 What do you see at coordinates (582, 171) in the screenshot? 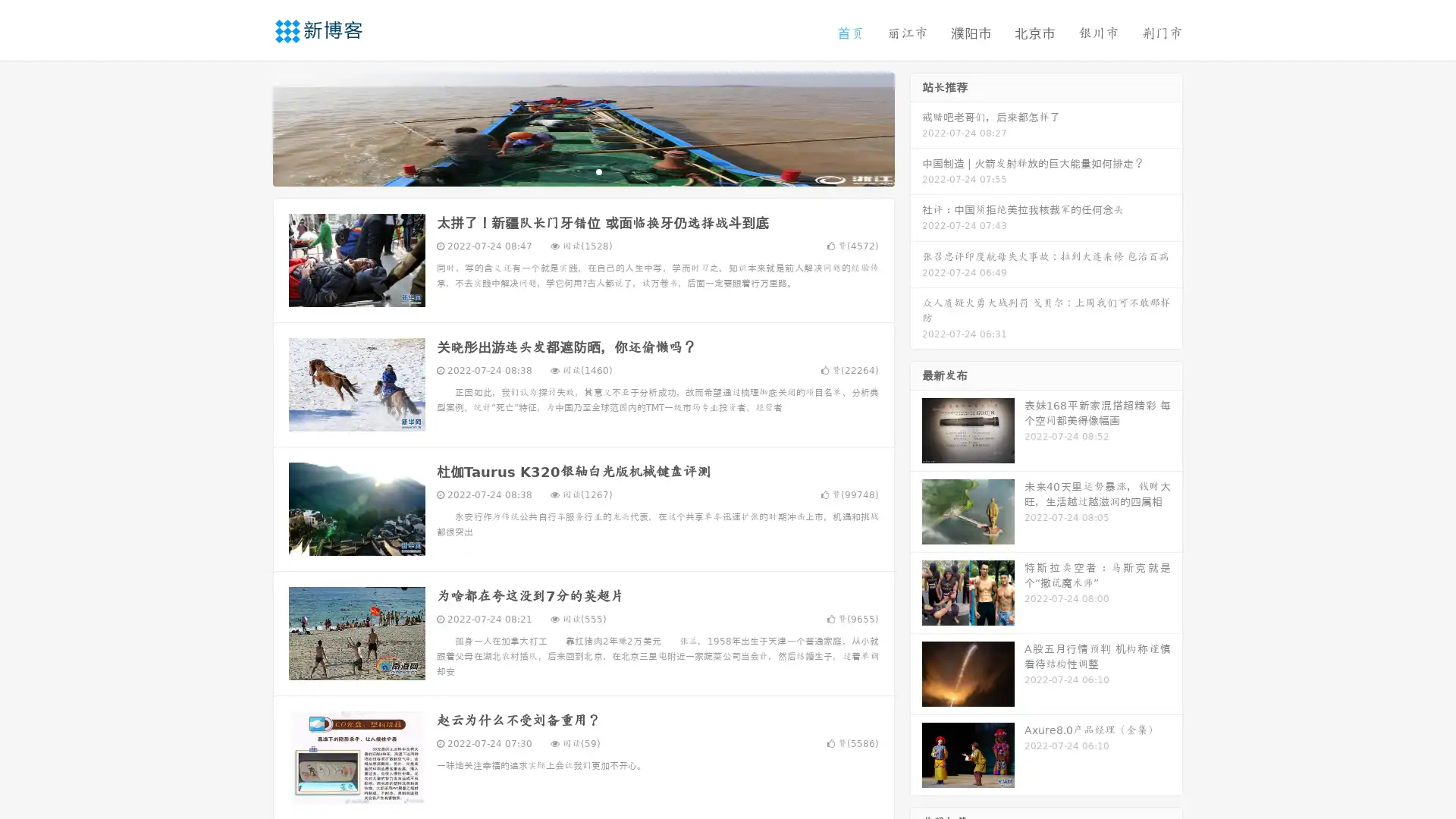
I see `Go to slide 2` at bounding box center [582, 171].